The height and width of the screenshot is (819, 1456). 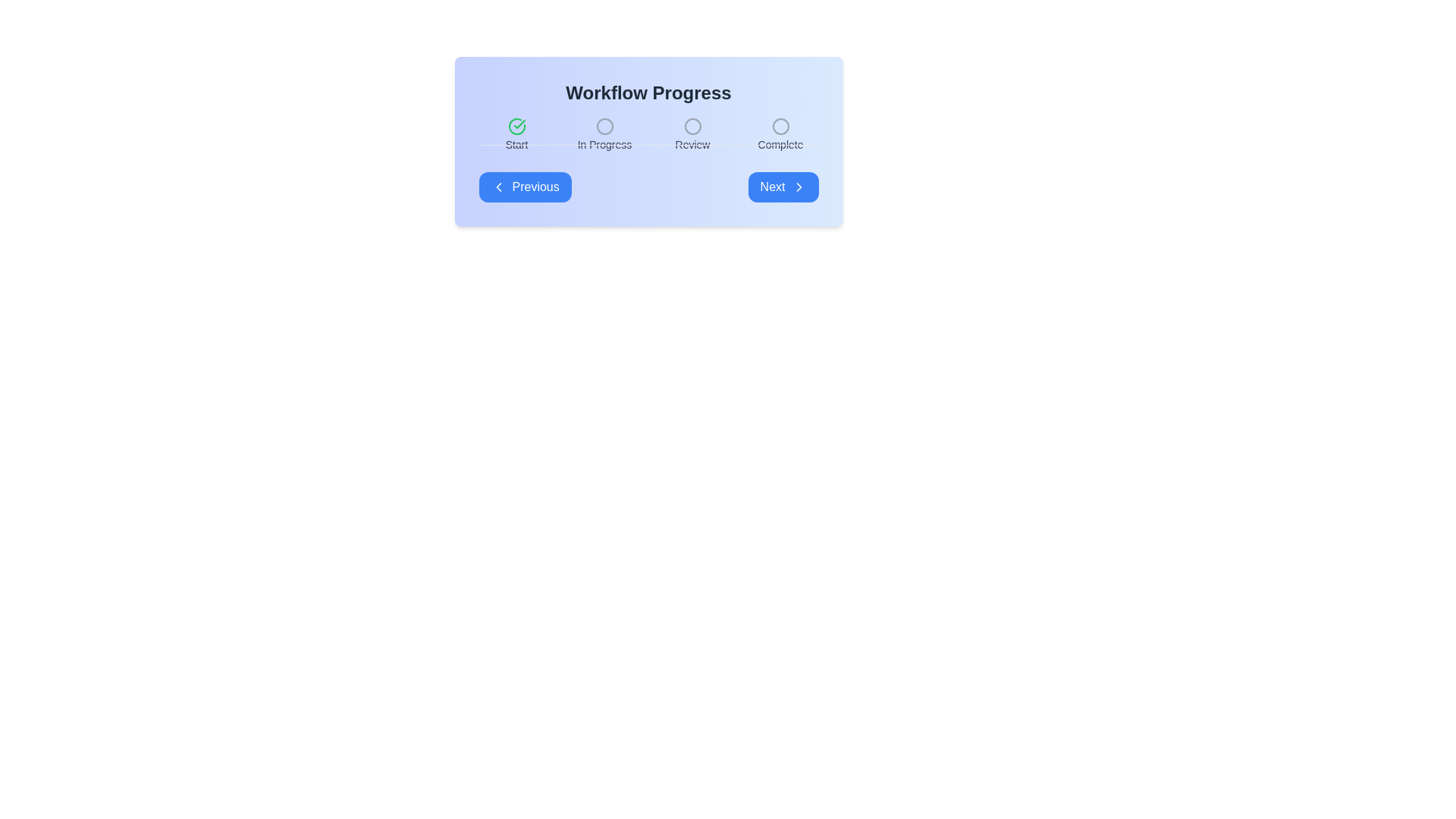 What do you see at coordinates (525, 186) in the screenshot?
I see `the 'Previous' button located at the bottom-left corner of the progress tracker area to receive hover feedback` at bounding box center [525, 186].